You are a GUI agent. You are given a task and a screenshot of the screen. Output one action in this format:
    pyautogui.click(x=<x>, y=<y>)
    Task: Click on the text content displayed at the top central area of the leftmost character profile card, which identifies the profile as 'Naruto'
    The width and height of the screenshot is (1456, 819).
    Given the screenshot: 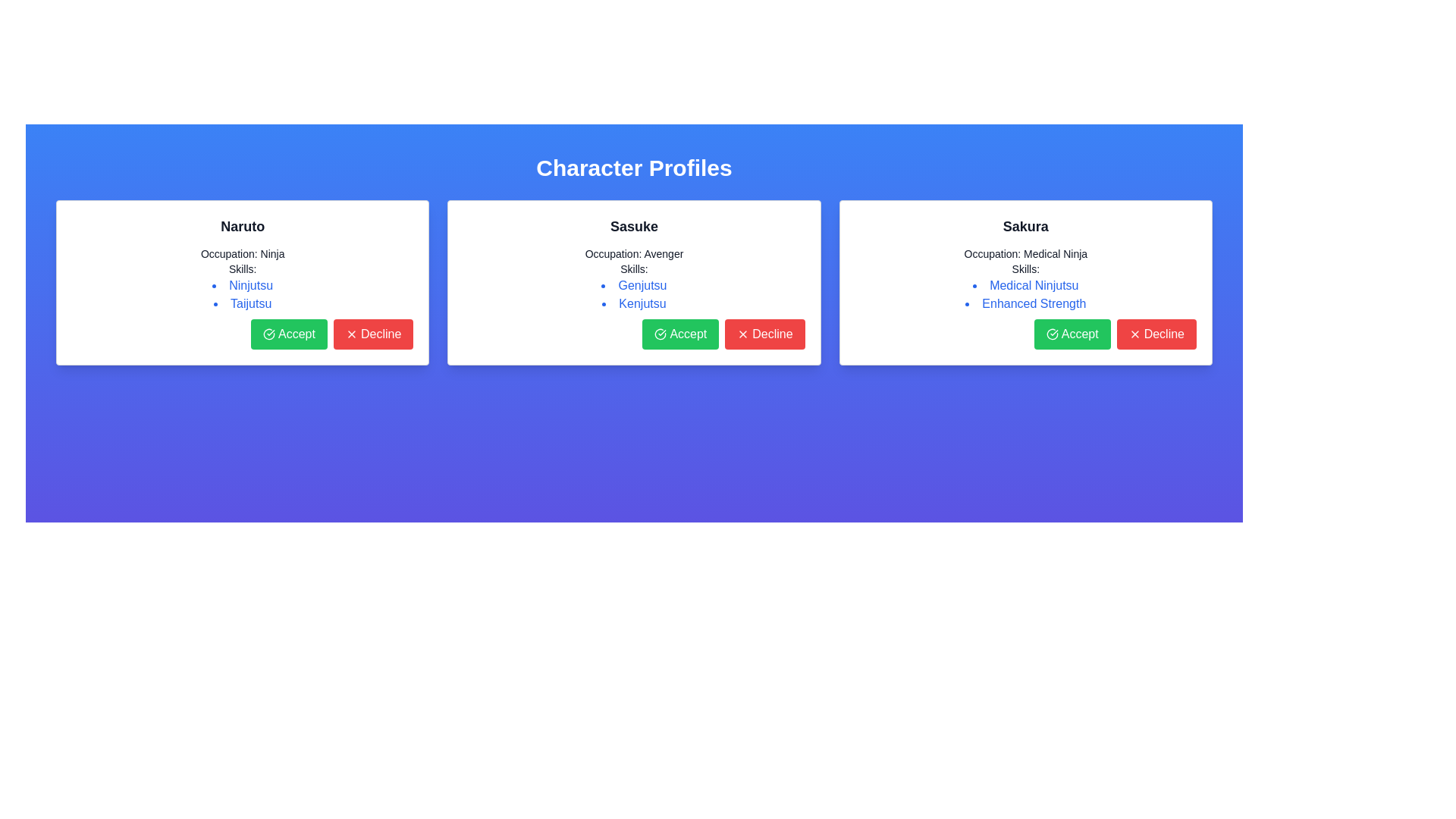 What is the action you would take?
    pyautogui.click(x=243, y=227)
    